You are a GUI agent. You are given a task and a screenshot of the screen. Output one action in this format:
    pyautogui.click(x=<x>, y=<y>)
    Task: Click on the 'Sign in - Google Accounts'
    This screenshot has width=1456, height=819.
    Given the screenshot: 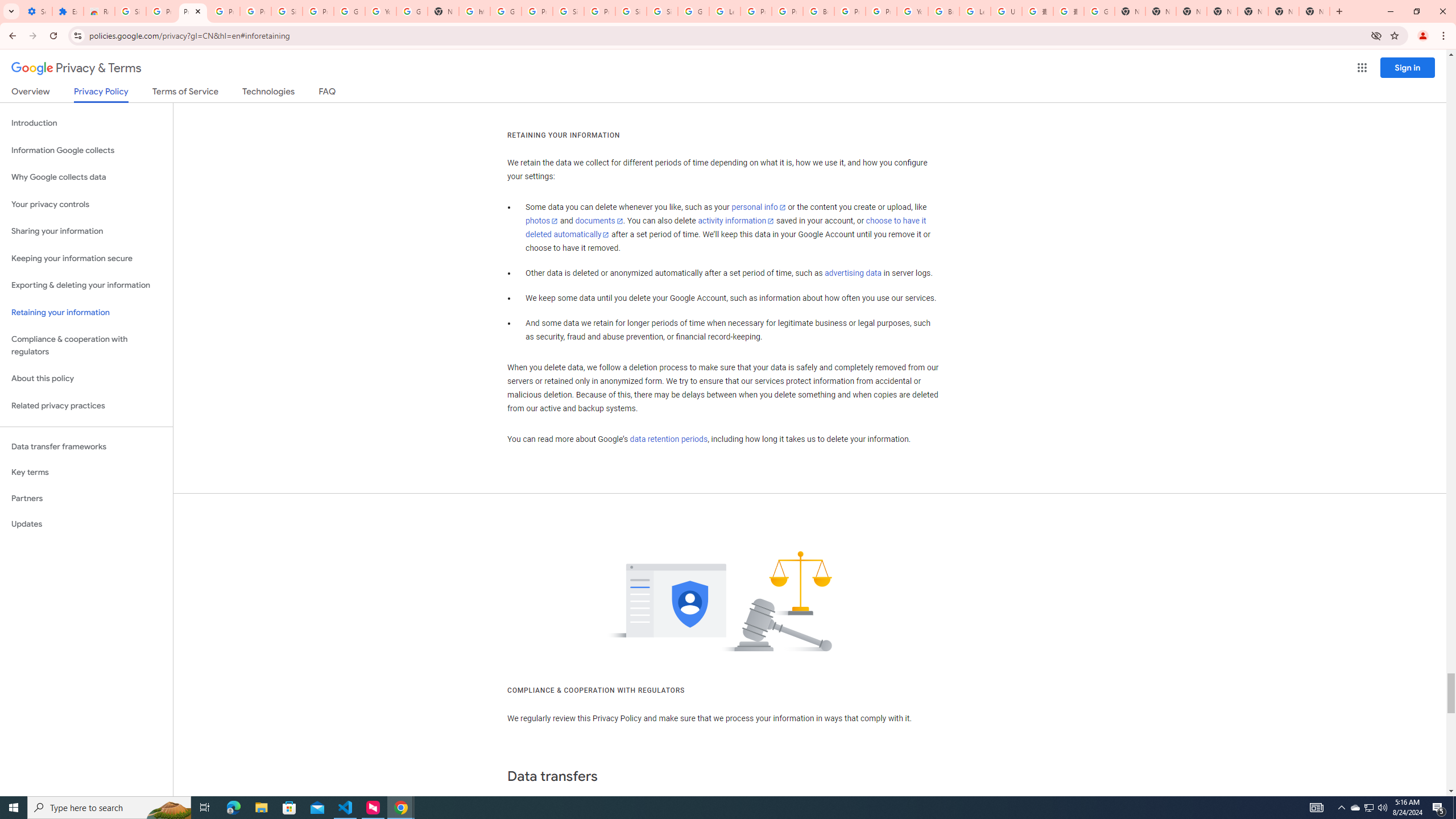 What is the action you would take?
    pyautogui.click(x=568, y=11)
    